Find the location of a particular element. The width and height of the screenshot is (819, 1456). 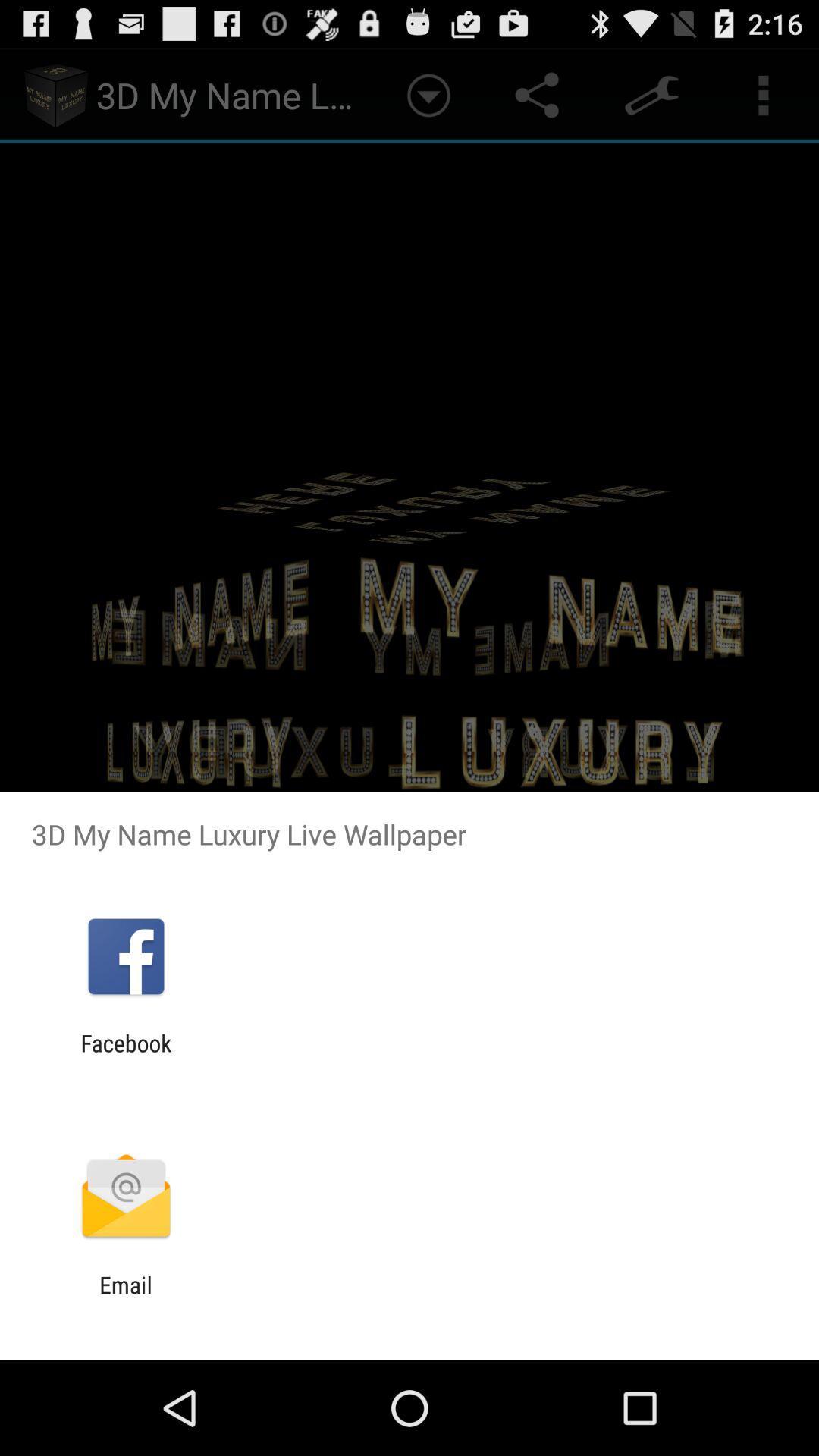

facebook app is located at coordinates (125, 1056).